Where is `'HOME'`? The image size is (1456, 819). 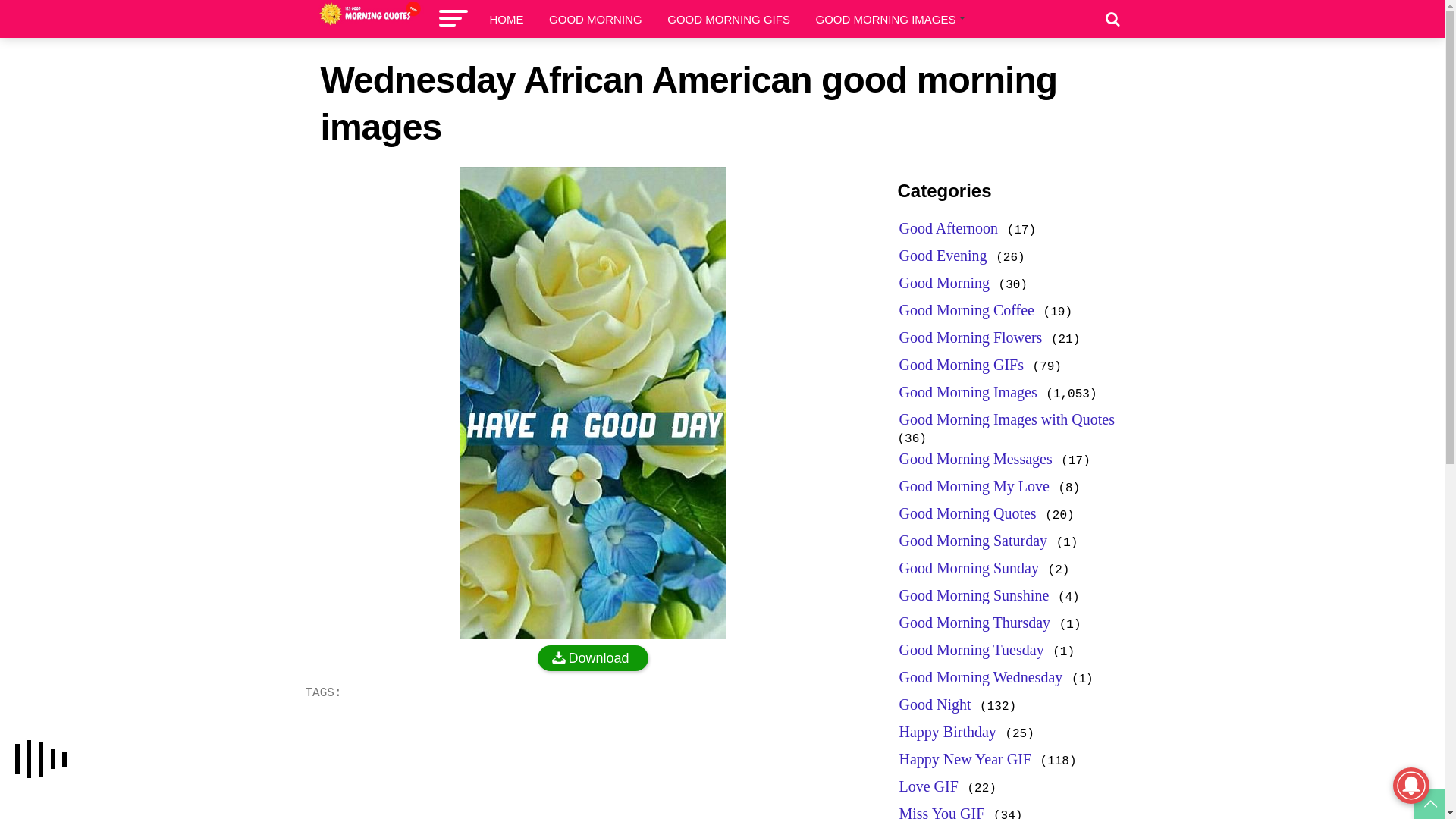
'HOME' is located at coordinates (507, 19).